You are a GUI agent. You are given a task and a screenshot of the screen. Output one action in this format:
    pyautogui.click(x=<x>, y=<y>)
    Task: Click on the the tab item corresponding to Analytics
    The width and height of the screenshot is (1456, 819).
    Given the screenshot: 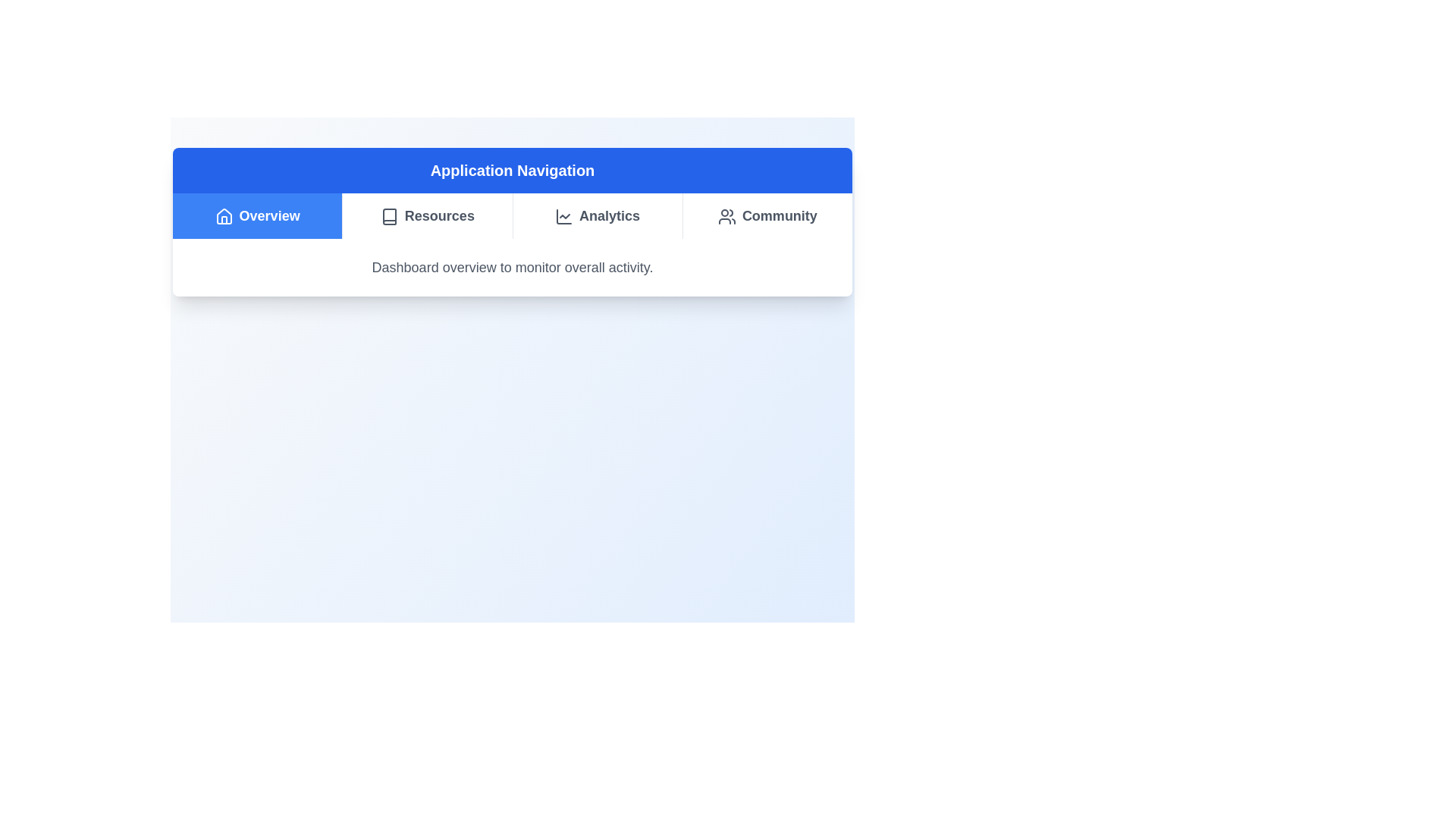 What is the action you would take?
    pyautogui.click(x=596, y=216)
    